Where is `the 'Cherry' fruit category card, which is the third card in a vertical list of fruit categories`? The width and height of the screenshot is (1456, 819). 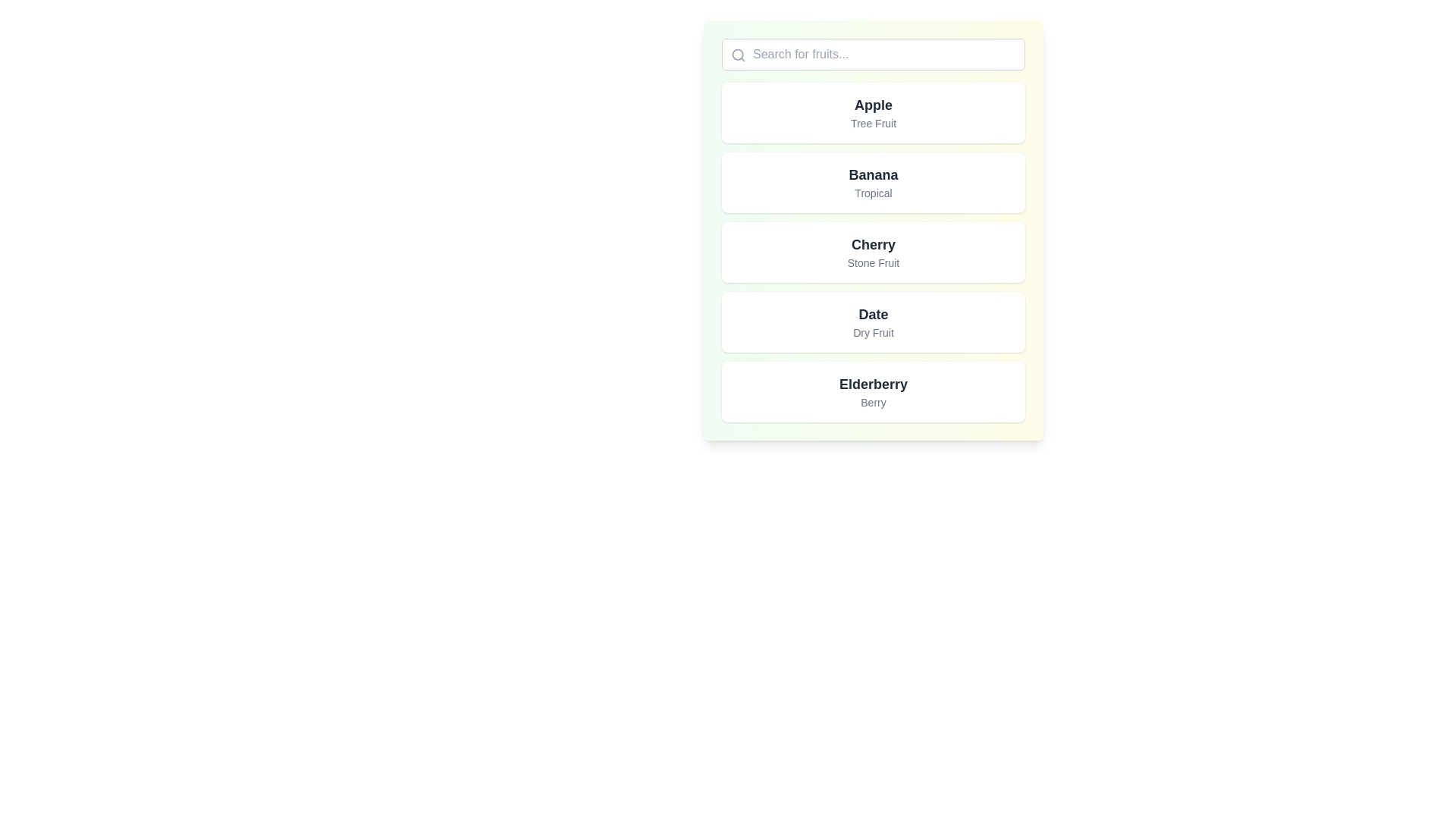 the 'Cherry' fruit category card, which is the third card in a vertical list of fruit categories is located at coordinates (874, 251).